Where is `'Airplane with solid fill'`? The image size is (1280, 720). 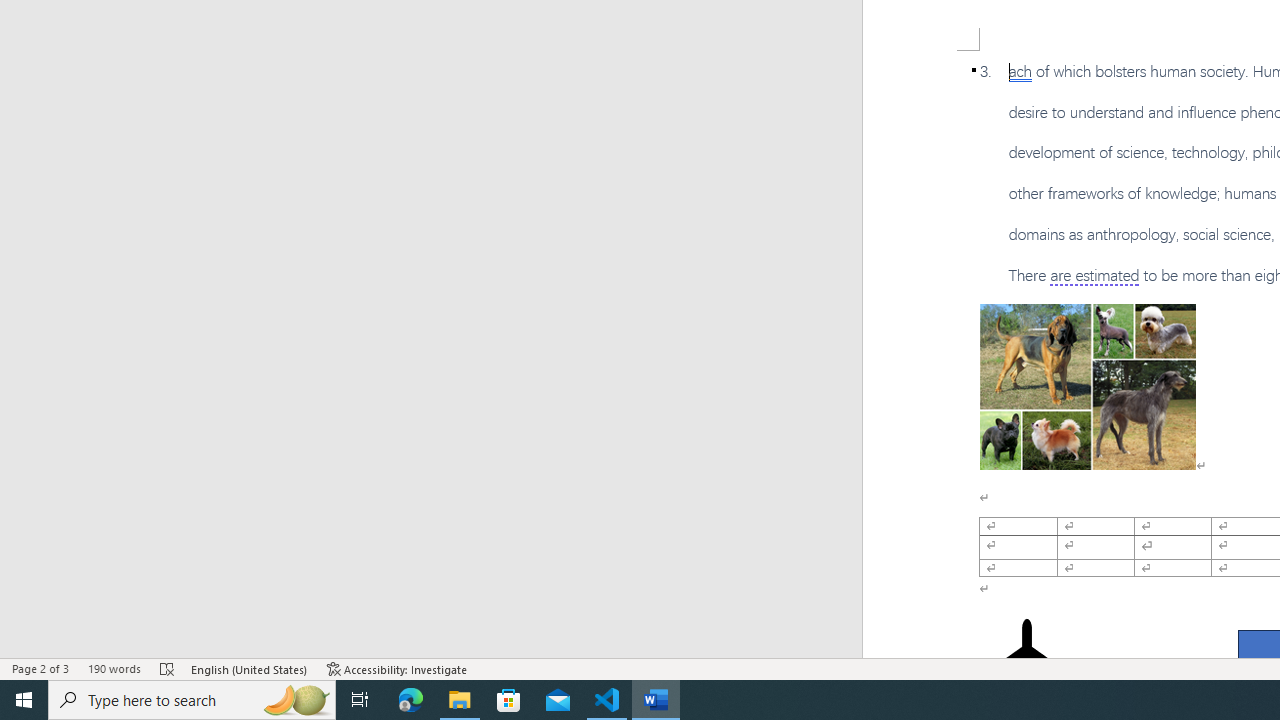
'Airplane with solid fill' is located at coordinates (1027, 658).